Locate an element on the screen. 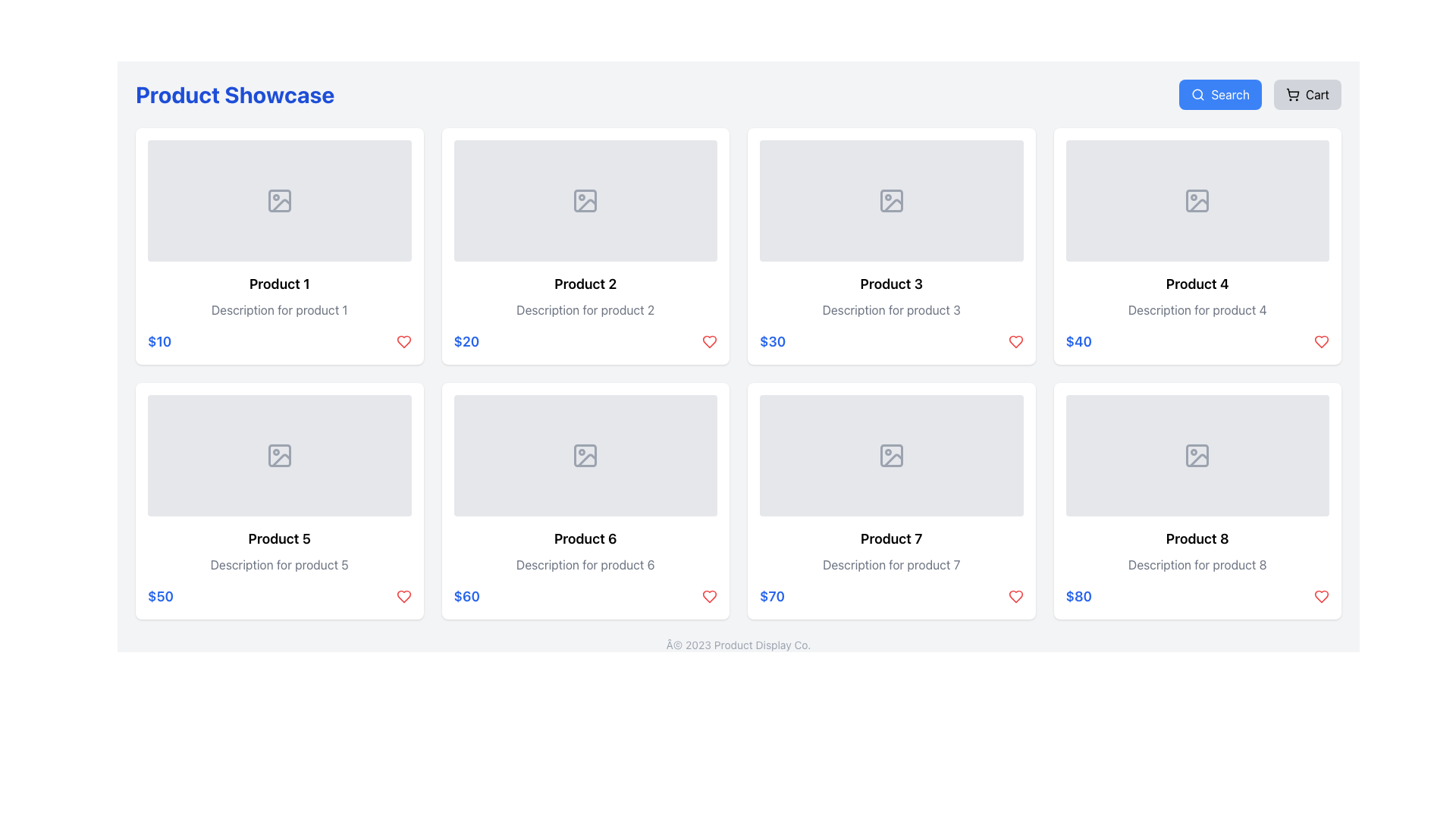 The width and height of the screenshot is (1456, 819). the shopping cart icon within the 'Cart' button located in the top-right corner of the interface is located at coordinates (1291, 94).